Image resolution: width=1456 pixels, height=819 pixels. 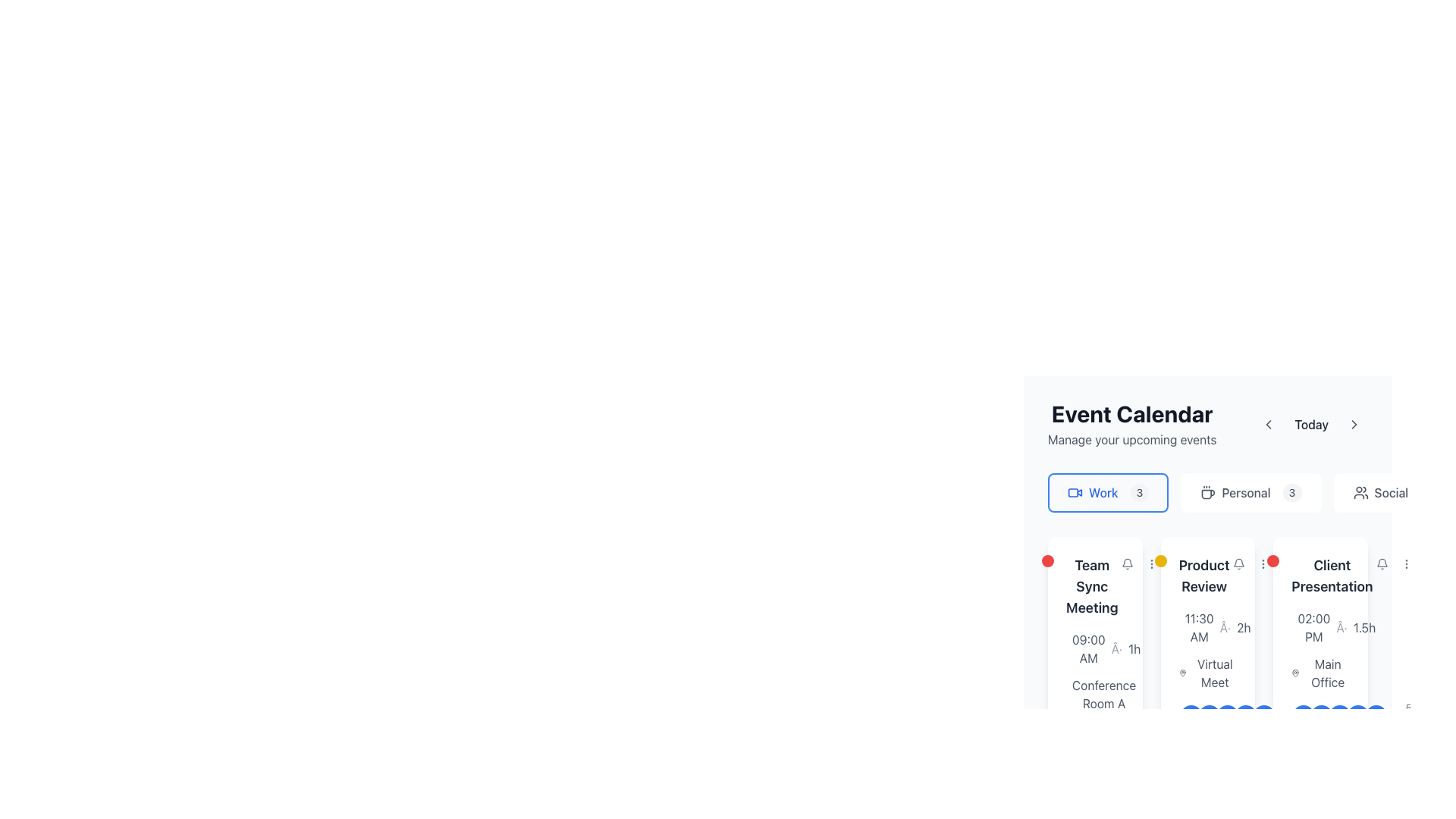 What do you see at coordinates (1269, 424) in the screenshot?
I see `the left-pointing chevron icon in the header section of the 'Event Calendar' interface` at bounding box center [1269, 424].